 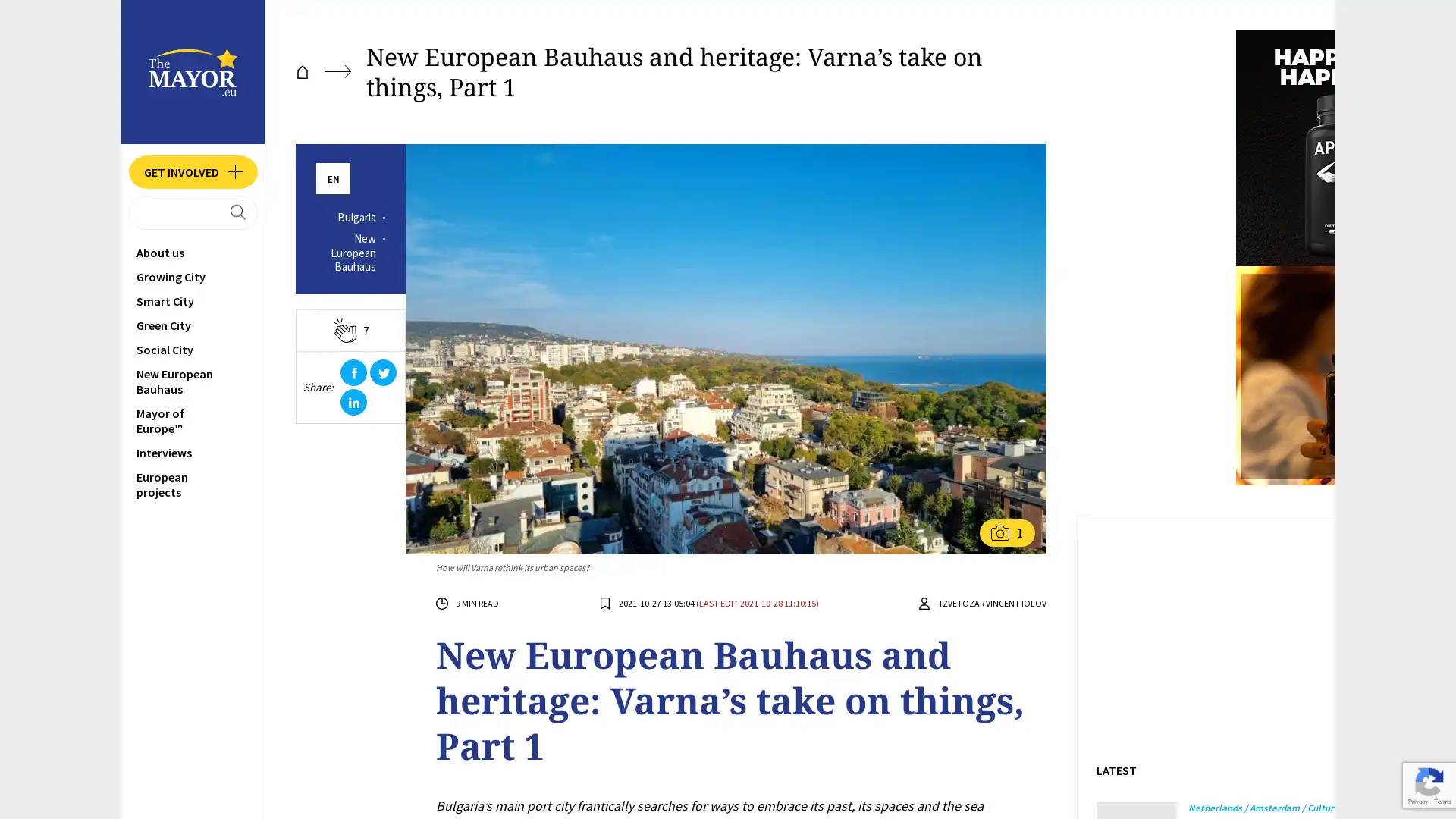 I want to click on menu close, so click(x=118, y=32).